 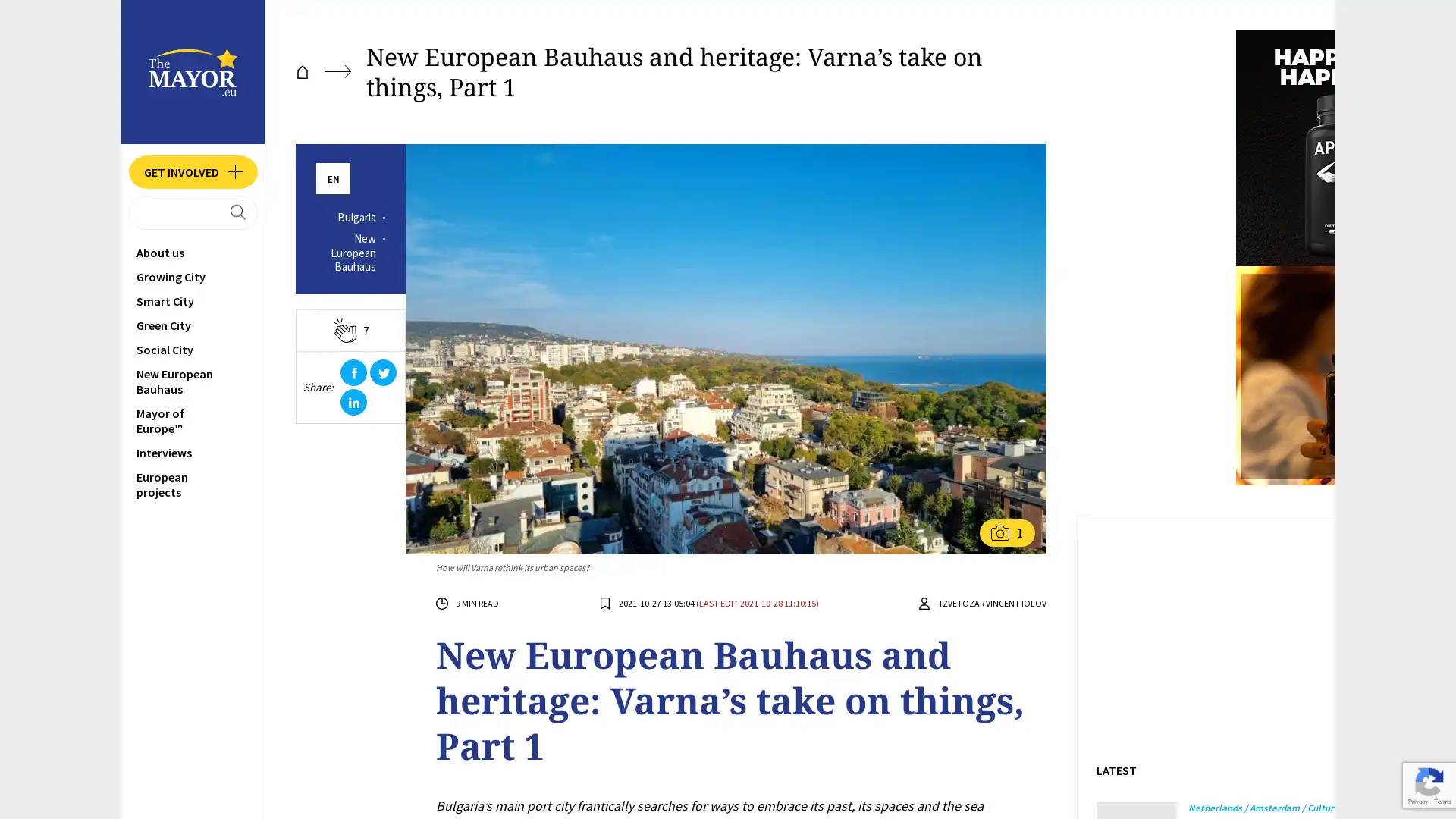 I want to click on menu close, so click(x=118, y=32).